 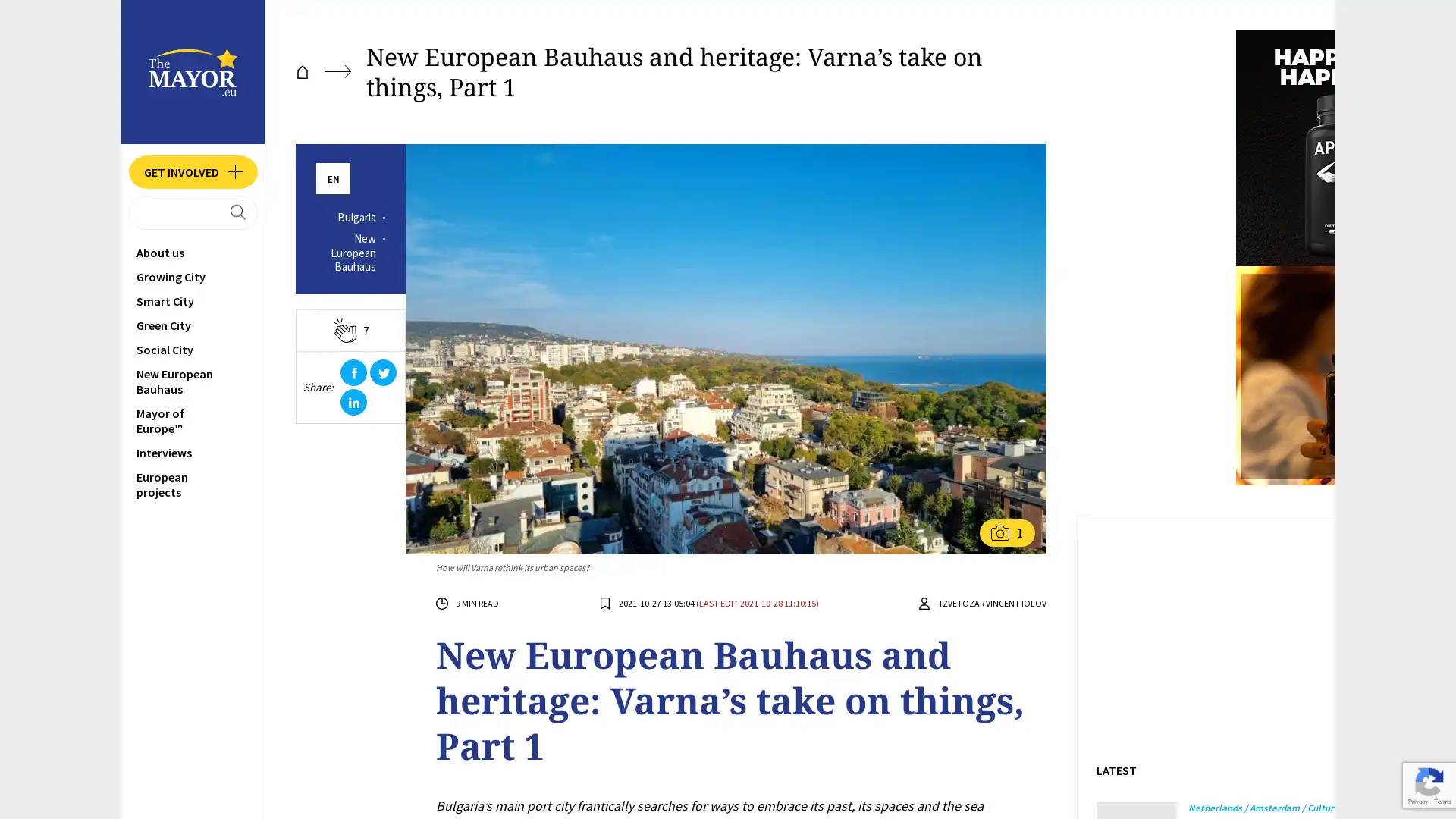 I want to click on menu close, so click(x=118, y=32).